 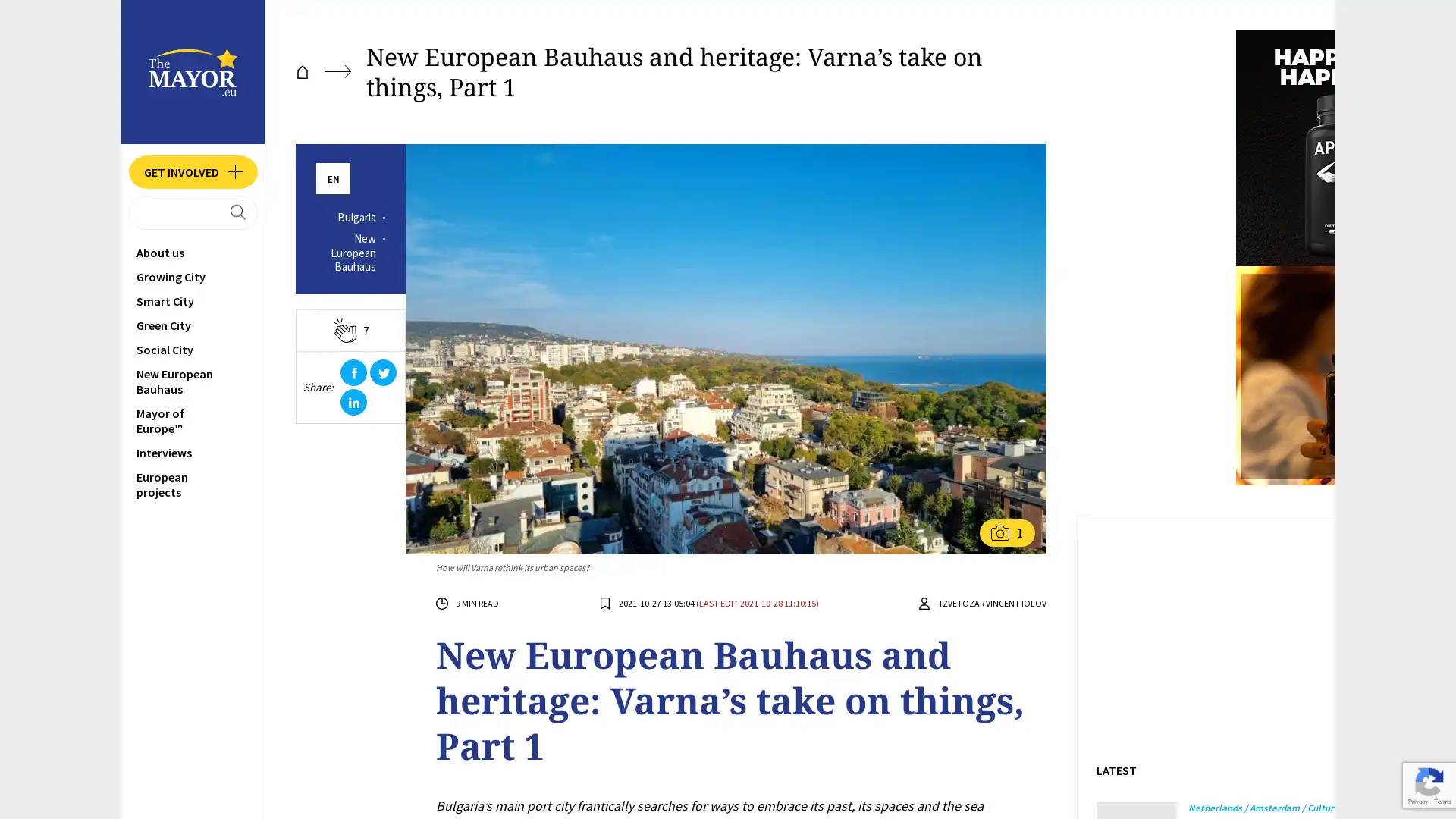 I want to click on menu close, so click(x=118, y=32).